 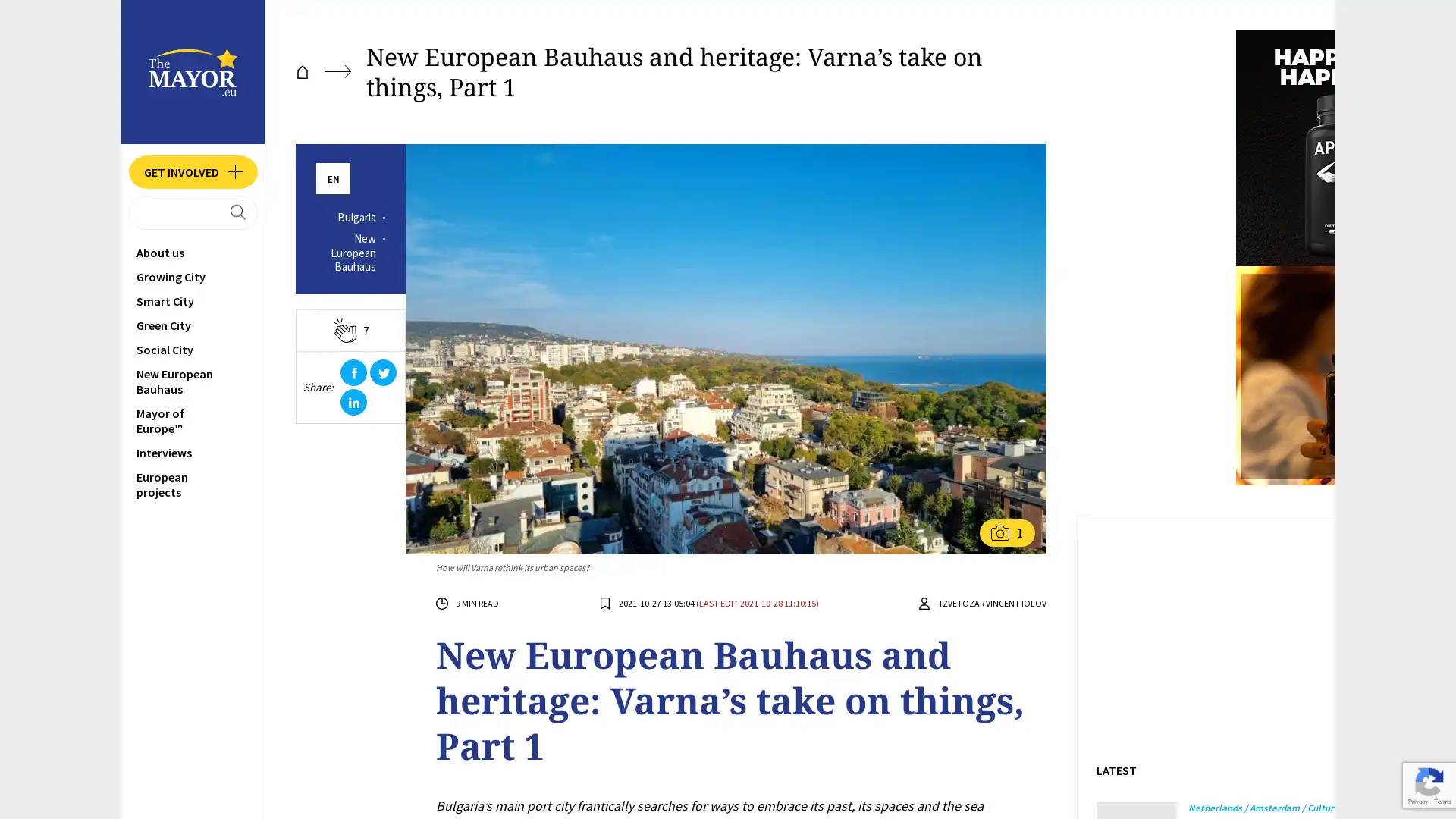 I want to click on menu close, so click(x=118, y=32).